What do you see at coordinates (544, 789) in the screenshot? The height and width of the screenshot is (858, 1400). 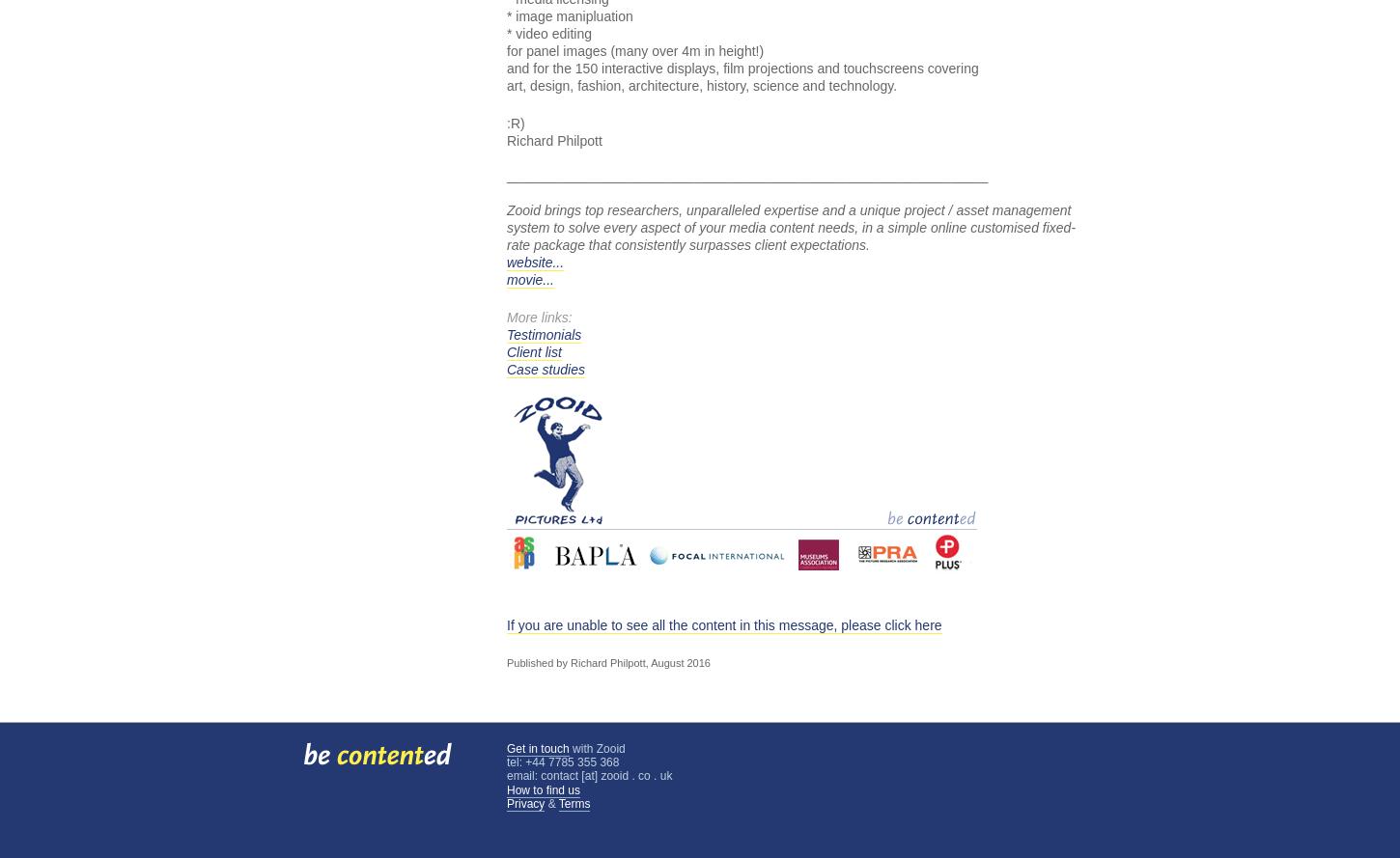 I see `'How to find us'` at bounding box center [544, 789].